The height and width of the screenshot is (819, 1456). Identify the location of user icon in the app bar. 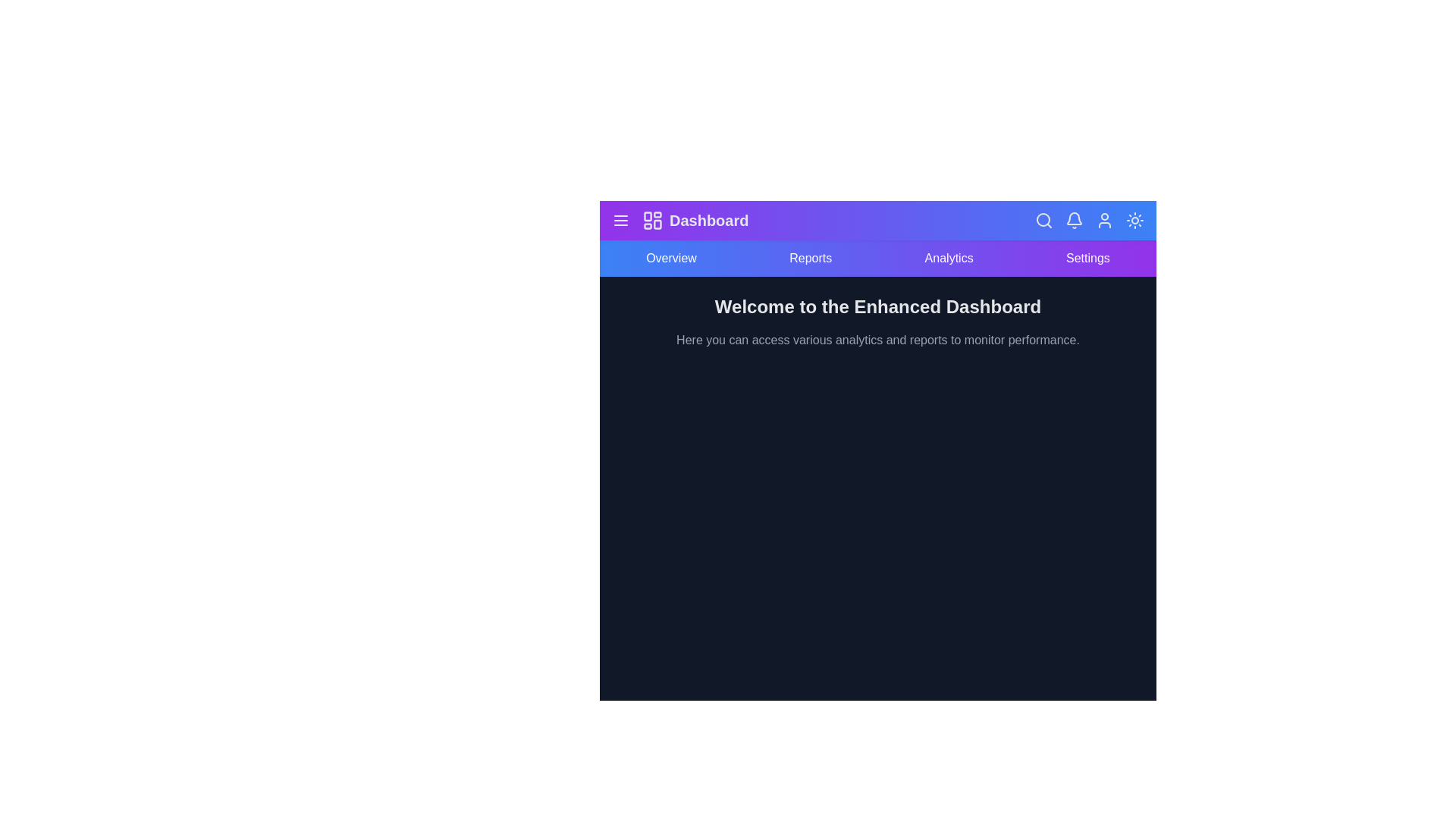
(1105, 220).